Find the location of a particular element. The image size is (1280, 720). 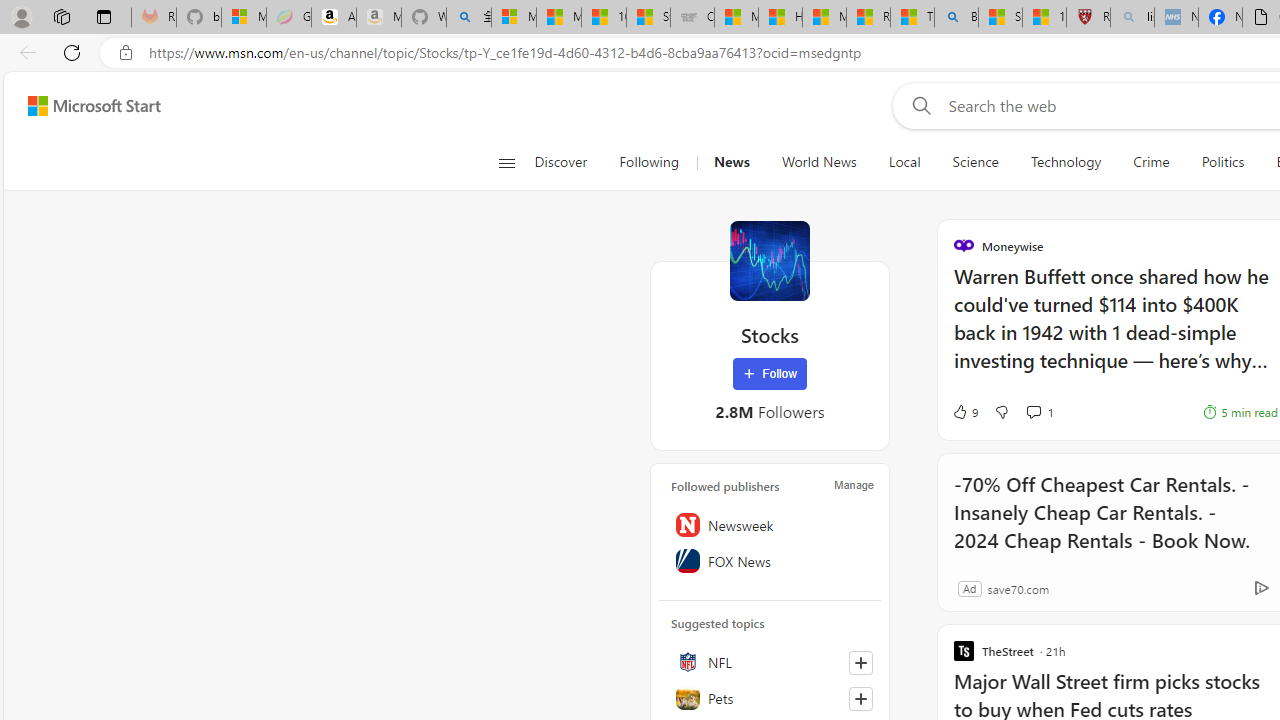

'Microsoft account | Privacy' is located at coordinates (513, 17).